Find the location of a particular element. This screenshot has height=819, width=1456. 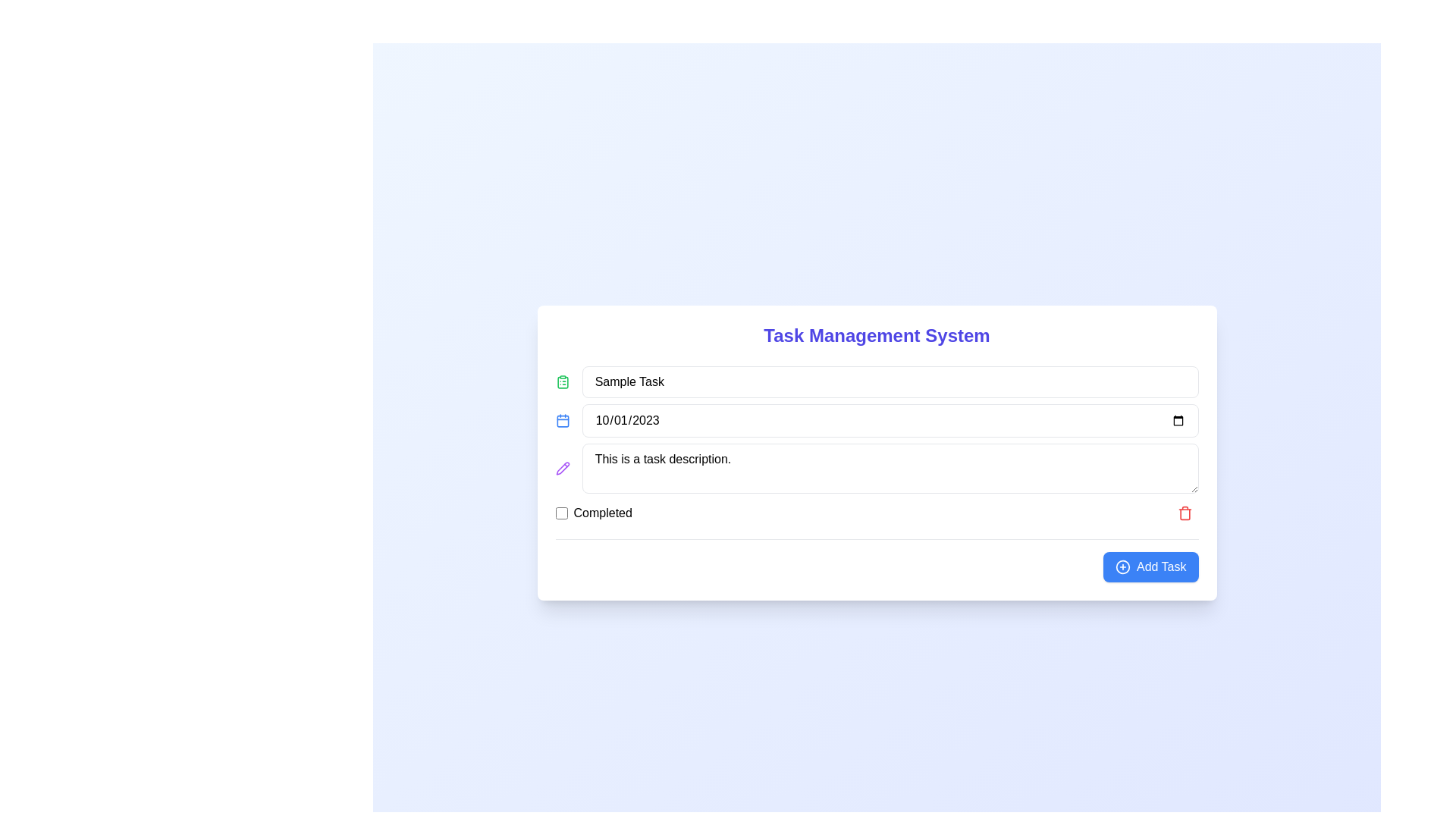

the icon located within the blue, rounded rectangular 'Add Task' button, positioned towards the left side adjacent to the button's text is located at coordinates (1122, 566).